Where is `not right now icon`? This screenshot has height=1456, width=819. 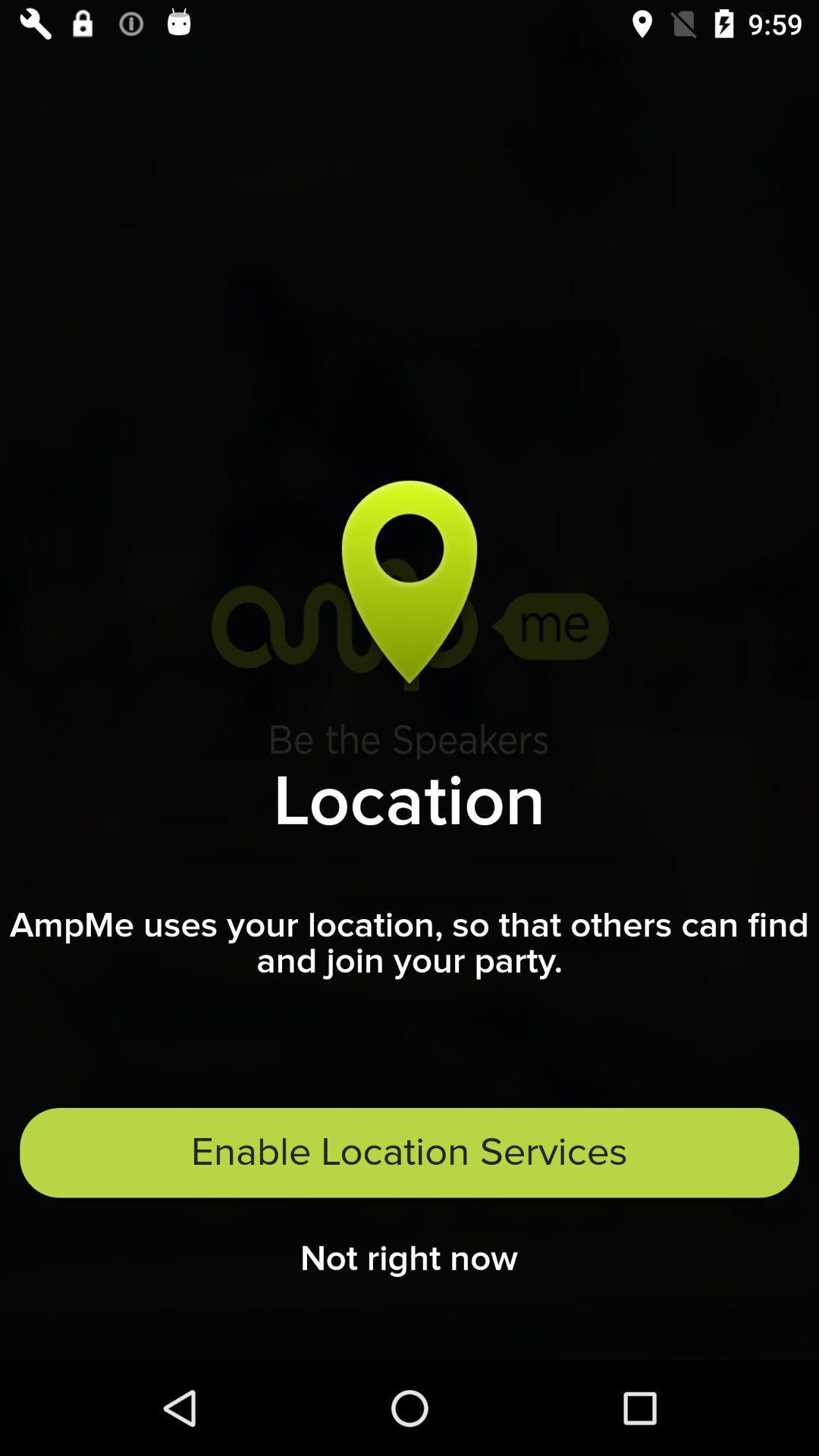
not right now icon is located at coordinates (408, 1263).